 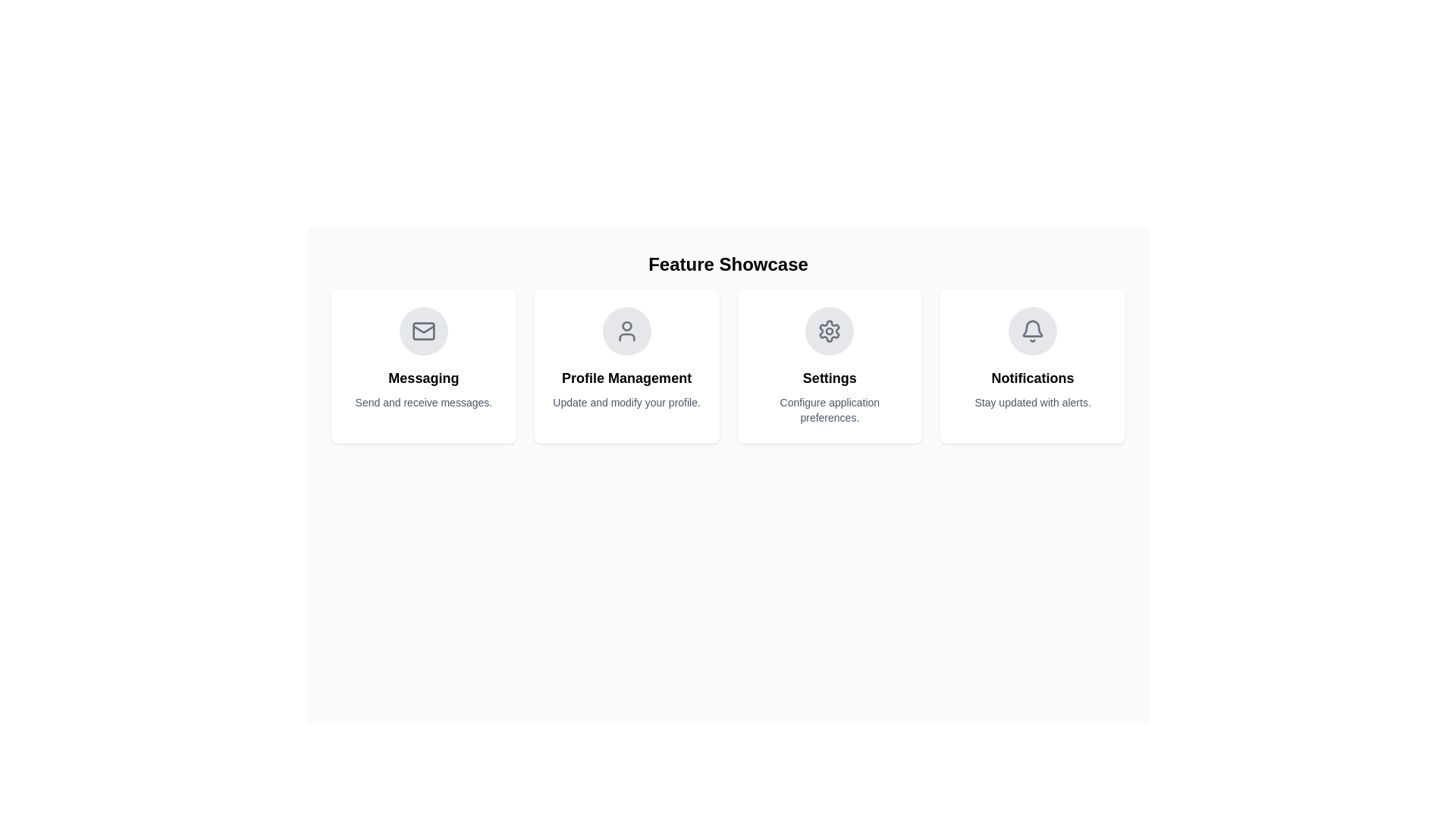 I want to click on the 'Profile Management' icon, which is located at the top of the second card in a row, indicating user customization features, so click(x=626, y=330).